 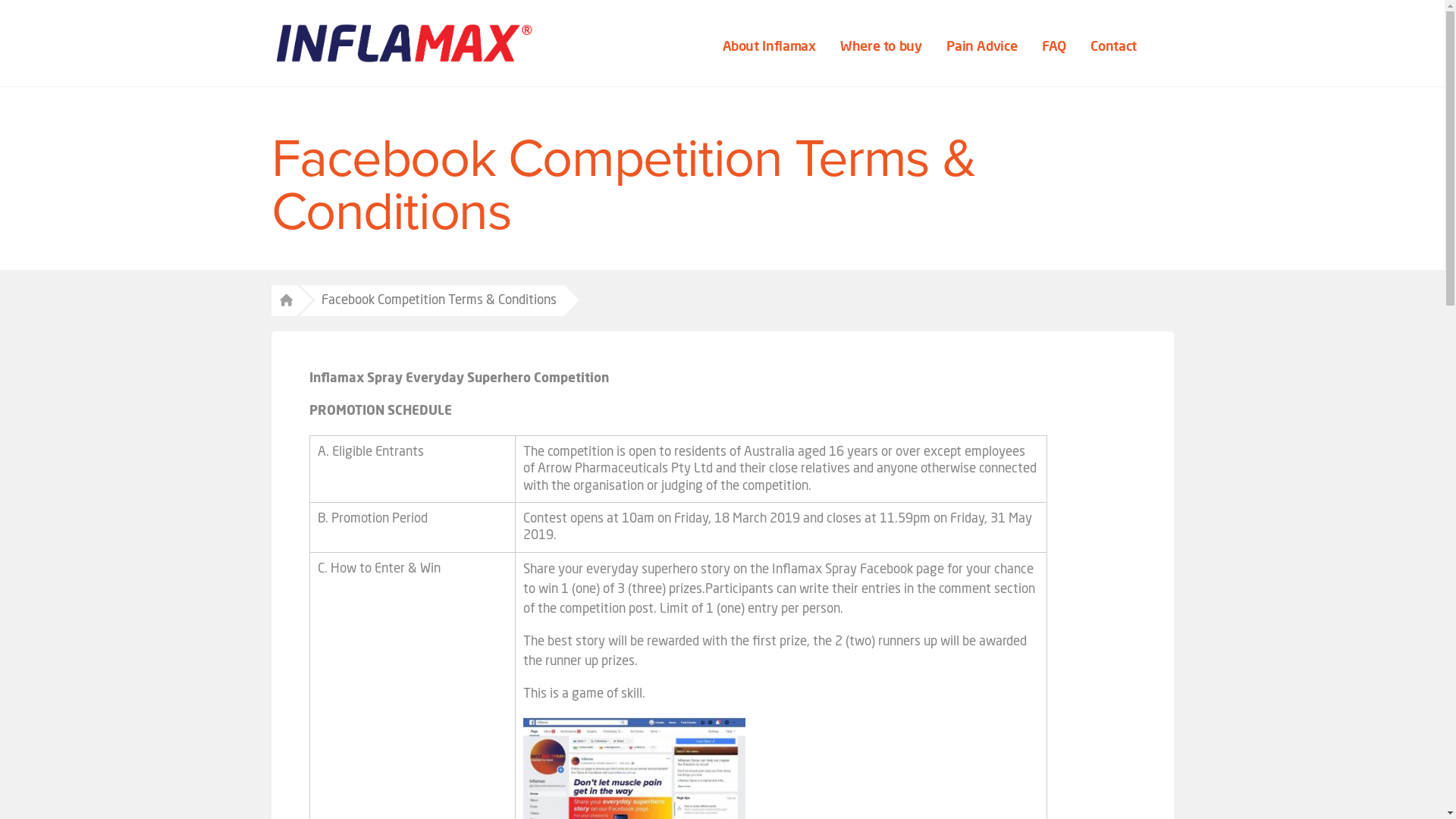 What do you see at coordinates (1115, 45) in the screenshot?
I see `'Contact '` at bounding box center [1115, 45].